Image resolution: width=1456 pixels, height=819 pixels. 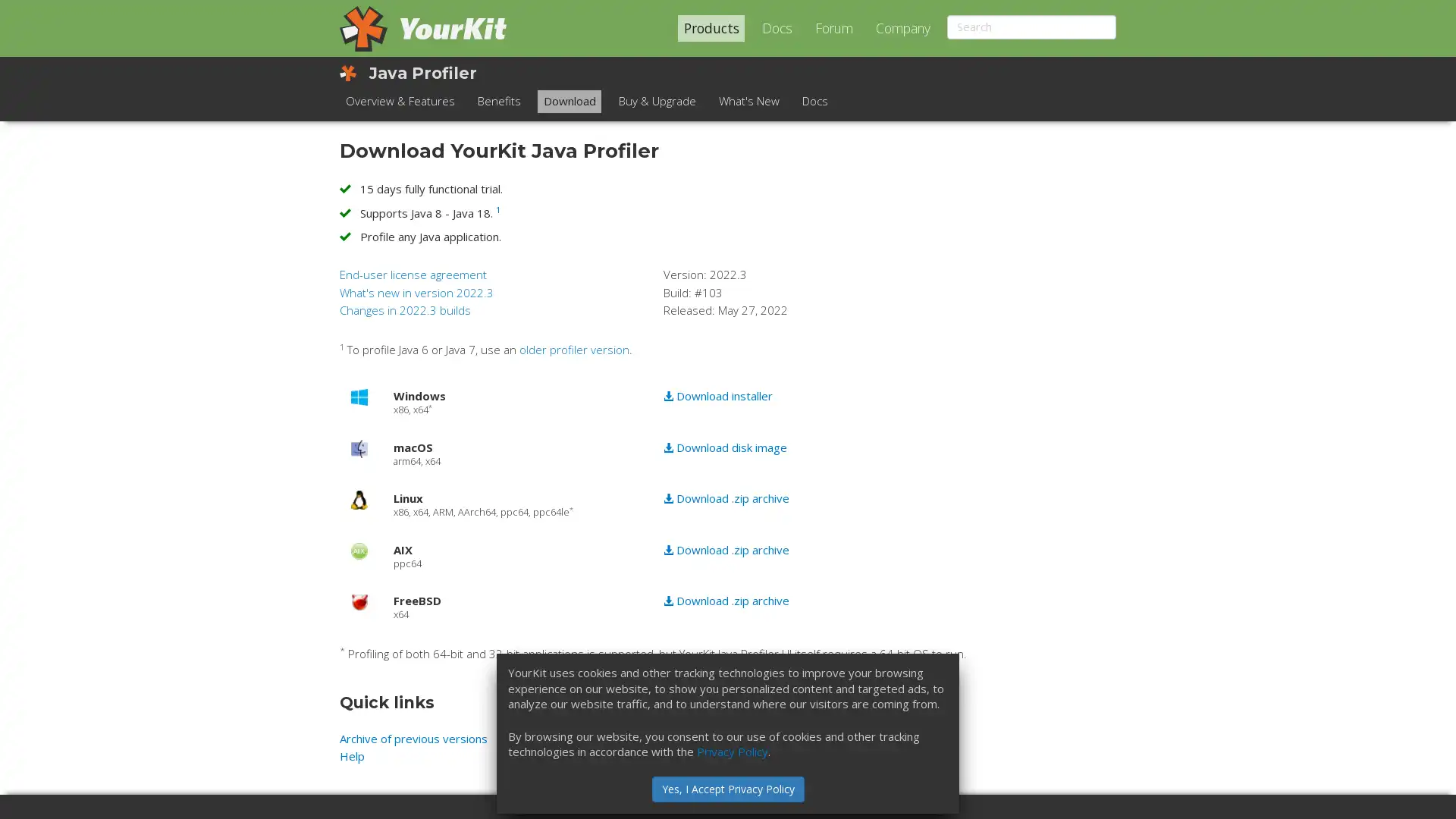 What do you see at coordinates (726, 788) in the screenshot?
I see `Yes, I Accept Privacy Policy` at bounding box center [726, 788].